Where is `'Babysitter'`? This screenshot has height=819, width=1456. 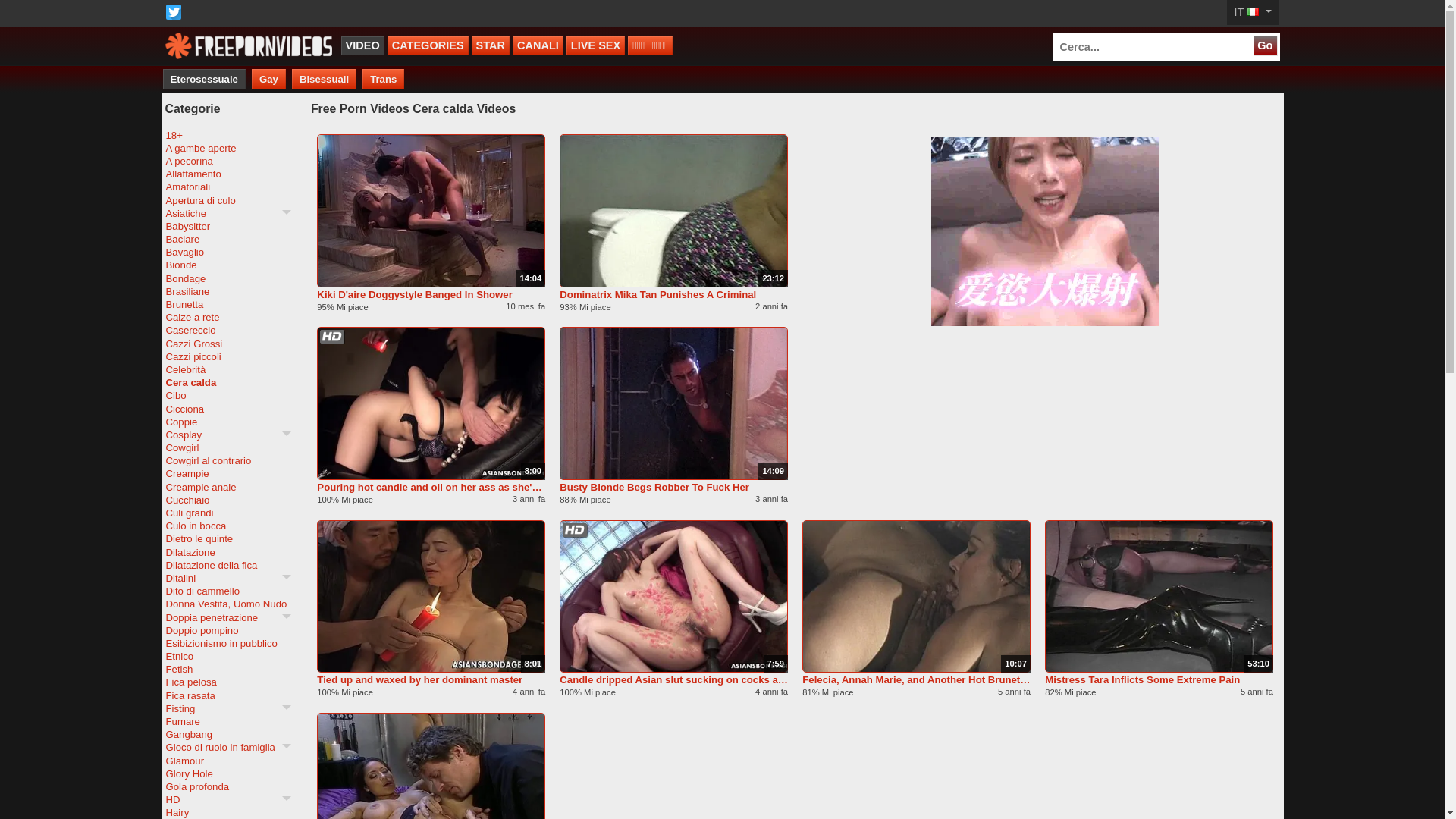
'Babysitter' is located at coordinates (165, 226).